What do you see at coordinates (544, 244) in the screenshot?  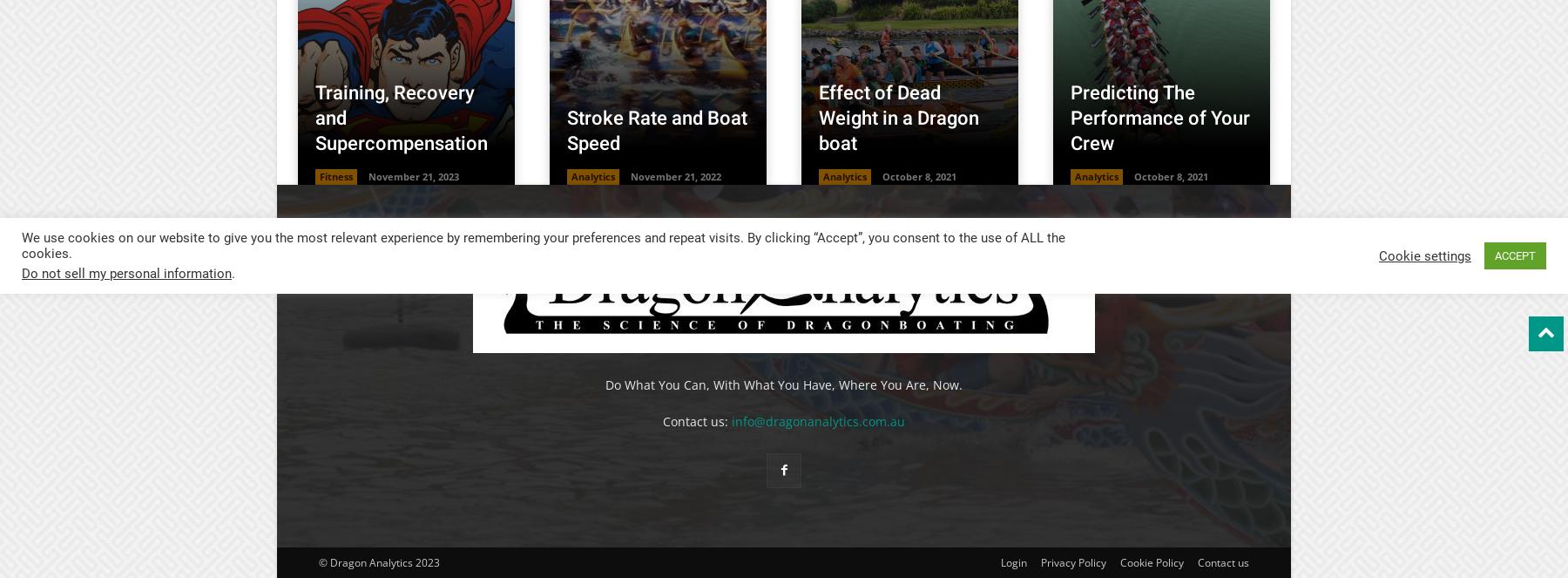 I see `'We use cookies on our website to give you the most relevant experience by remembering your preferences and repeat visits. By clicking “Accept”, you consent to the use of ALL the cookies.'` at bounding box center [544, 244].